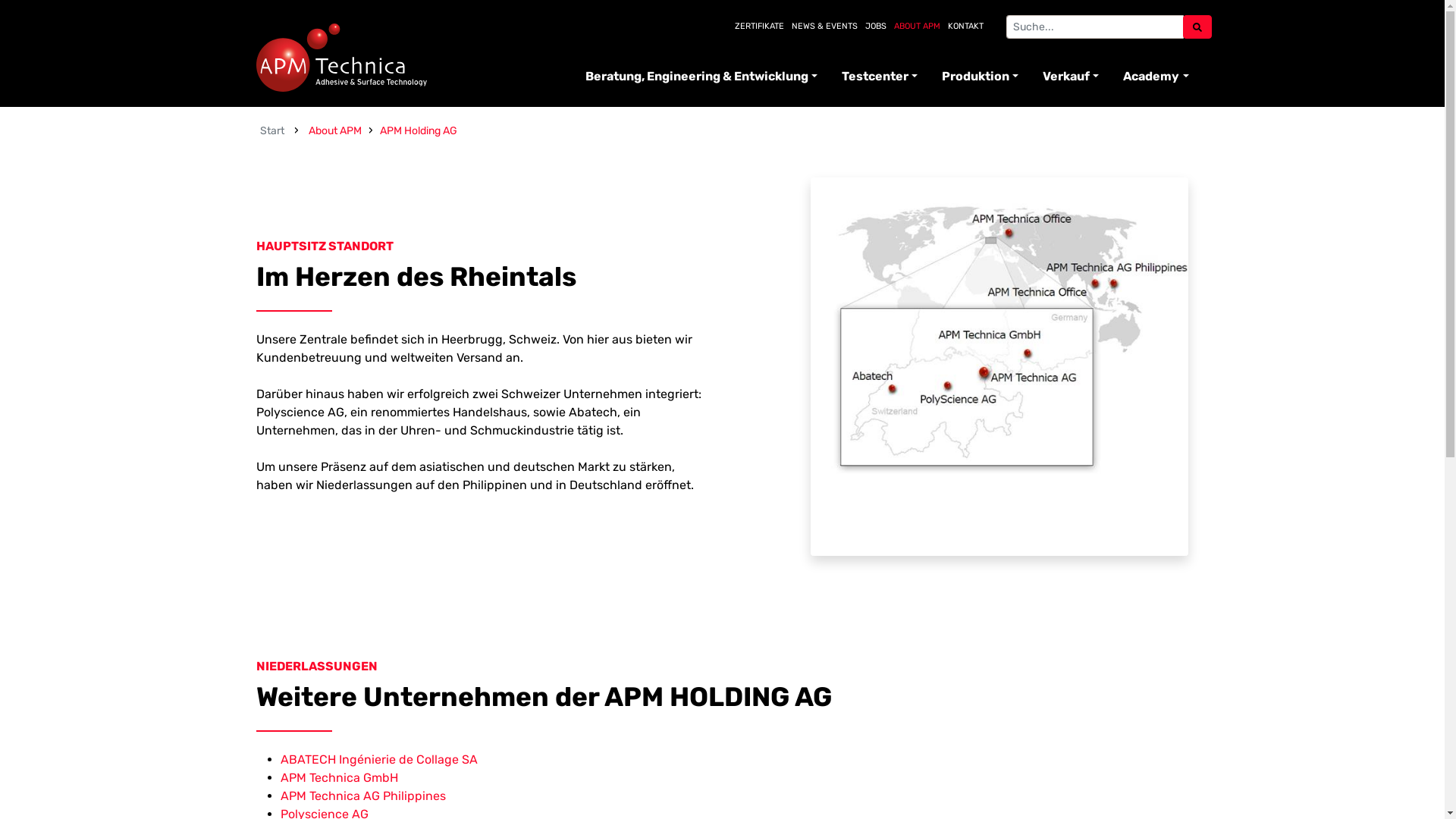 This screenshot has height=819, width=1456. What do you see at coordinates (338, 777) in the screenshot?
I see `'APM Technica GmbH'` at bounding box center [338, 777].